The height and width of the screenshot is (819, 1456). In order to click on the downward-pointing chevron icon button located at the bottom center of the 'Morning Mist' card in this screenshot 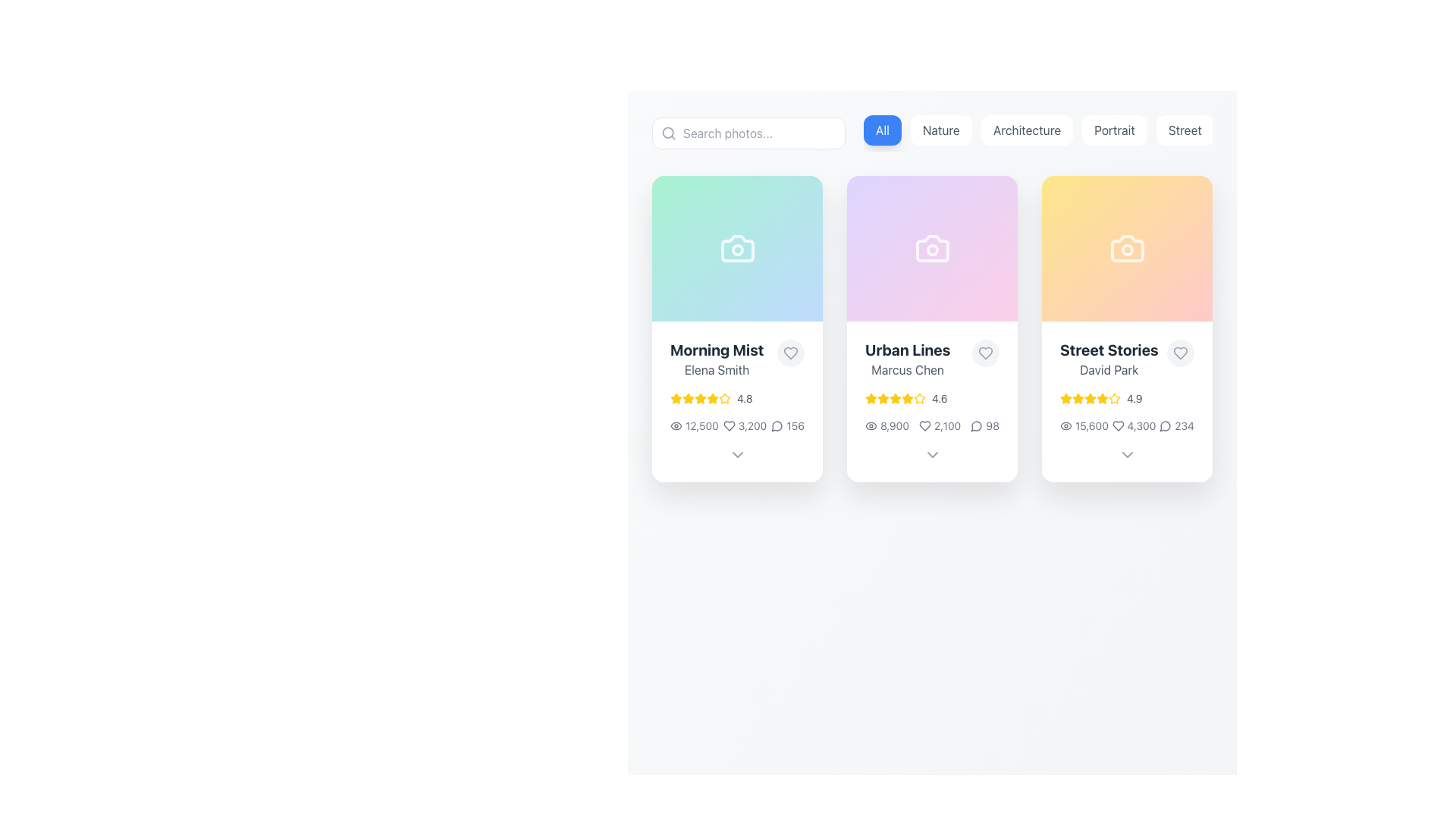, I will do `click(737, 454)`.